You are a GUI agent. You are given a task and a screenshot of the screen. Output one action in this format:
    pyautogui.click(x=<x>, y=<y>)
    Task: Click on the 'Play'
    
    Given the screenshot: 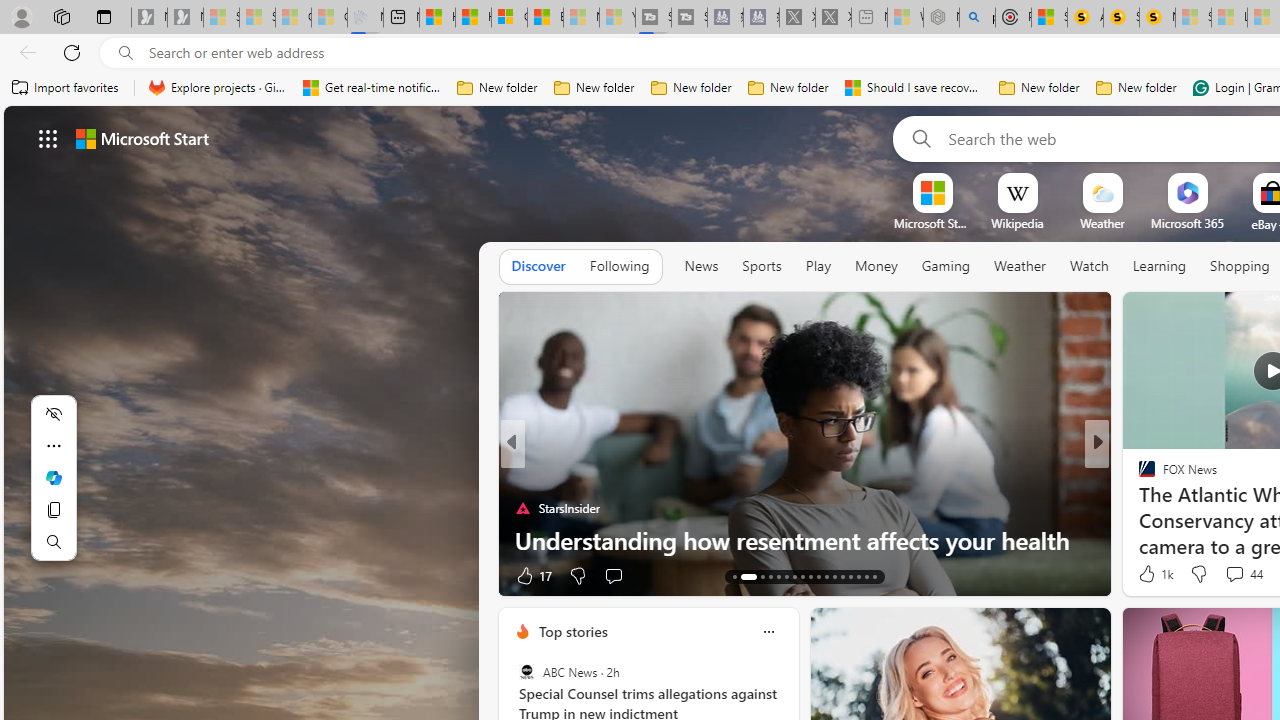 What is the action you would take?
    pyautogui.click(x=817, y=265)
    